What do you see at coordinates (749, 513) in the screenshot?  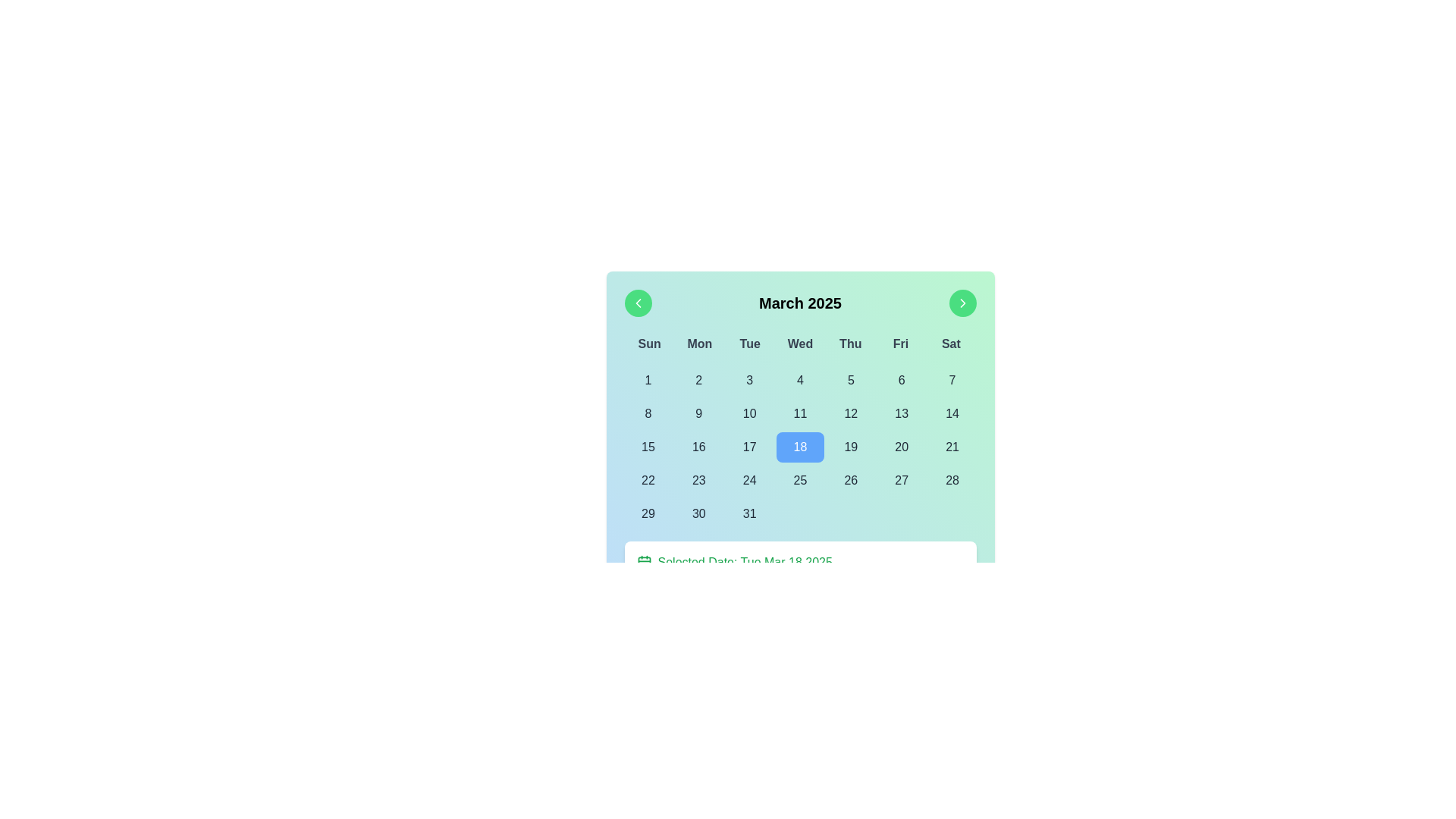 I see `the button representing the 31st day of the month in the calendar, located in the bottom-right corner of the visible month view` at bounding box center [749, 513].